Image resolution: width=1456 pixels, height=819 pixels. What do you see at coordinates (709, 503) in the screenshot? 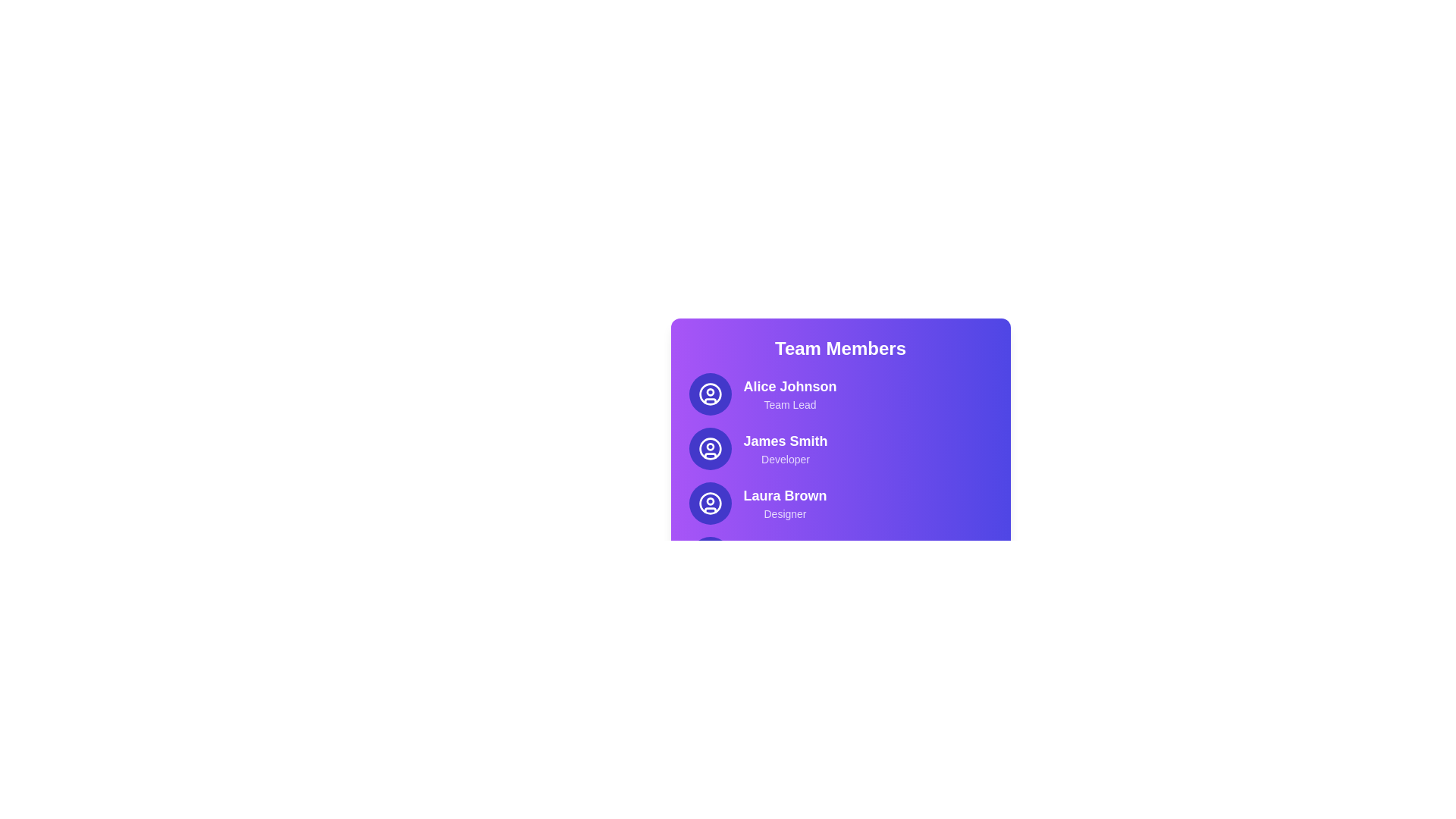
I see `the third avatar icon in the vertical list of team members displayed in a side panel` at bounding box center [709, 503].